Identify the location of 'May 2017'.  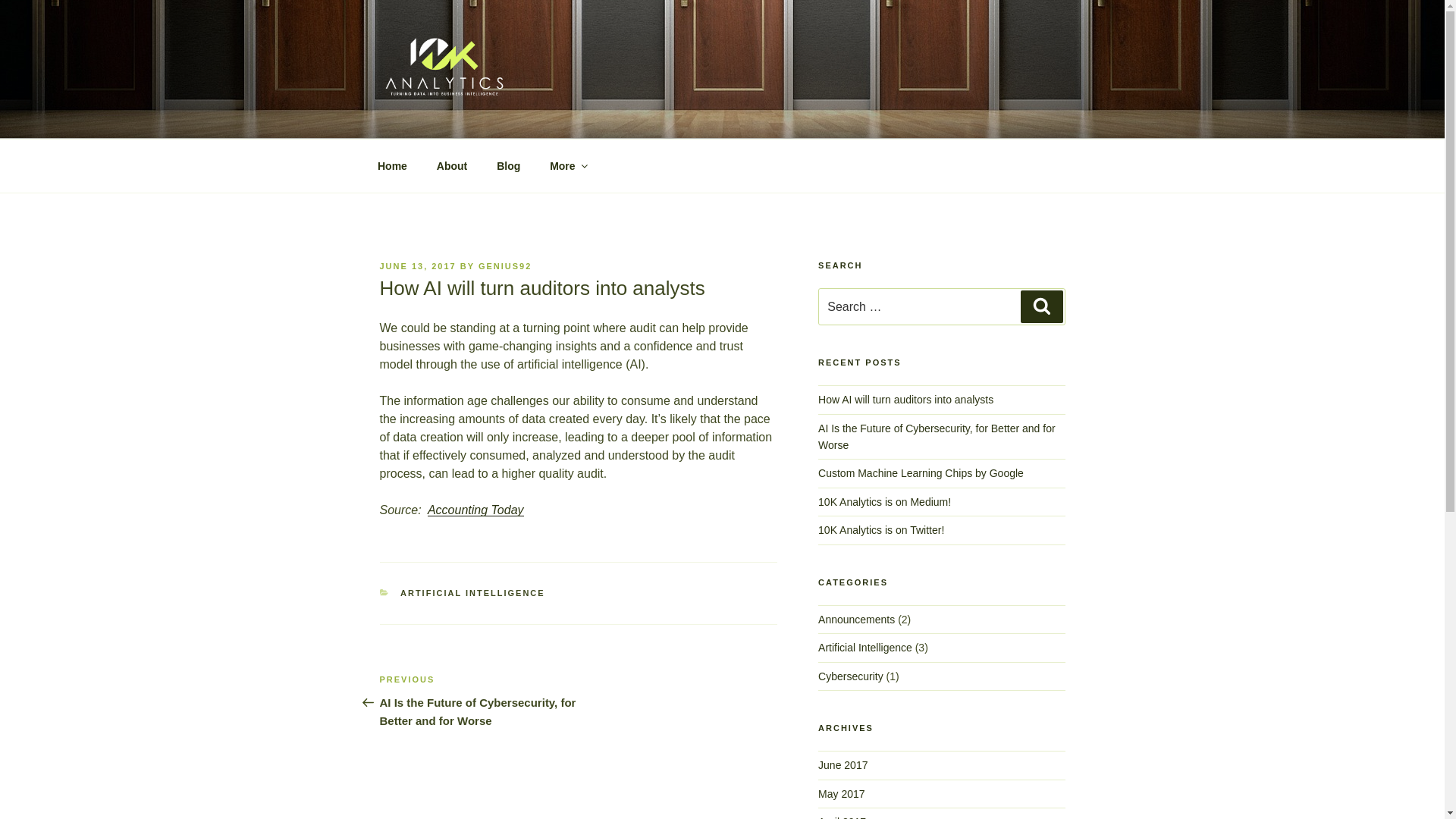
(840, 792).